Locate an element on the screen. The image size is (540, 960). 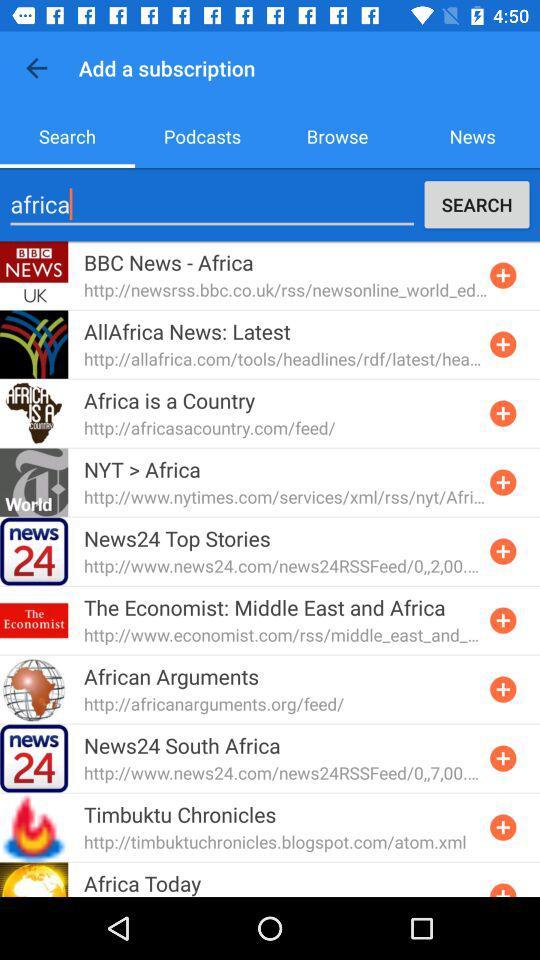
podcasts is located at coordinates (202, 135).